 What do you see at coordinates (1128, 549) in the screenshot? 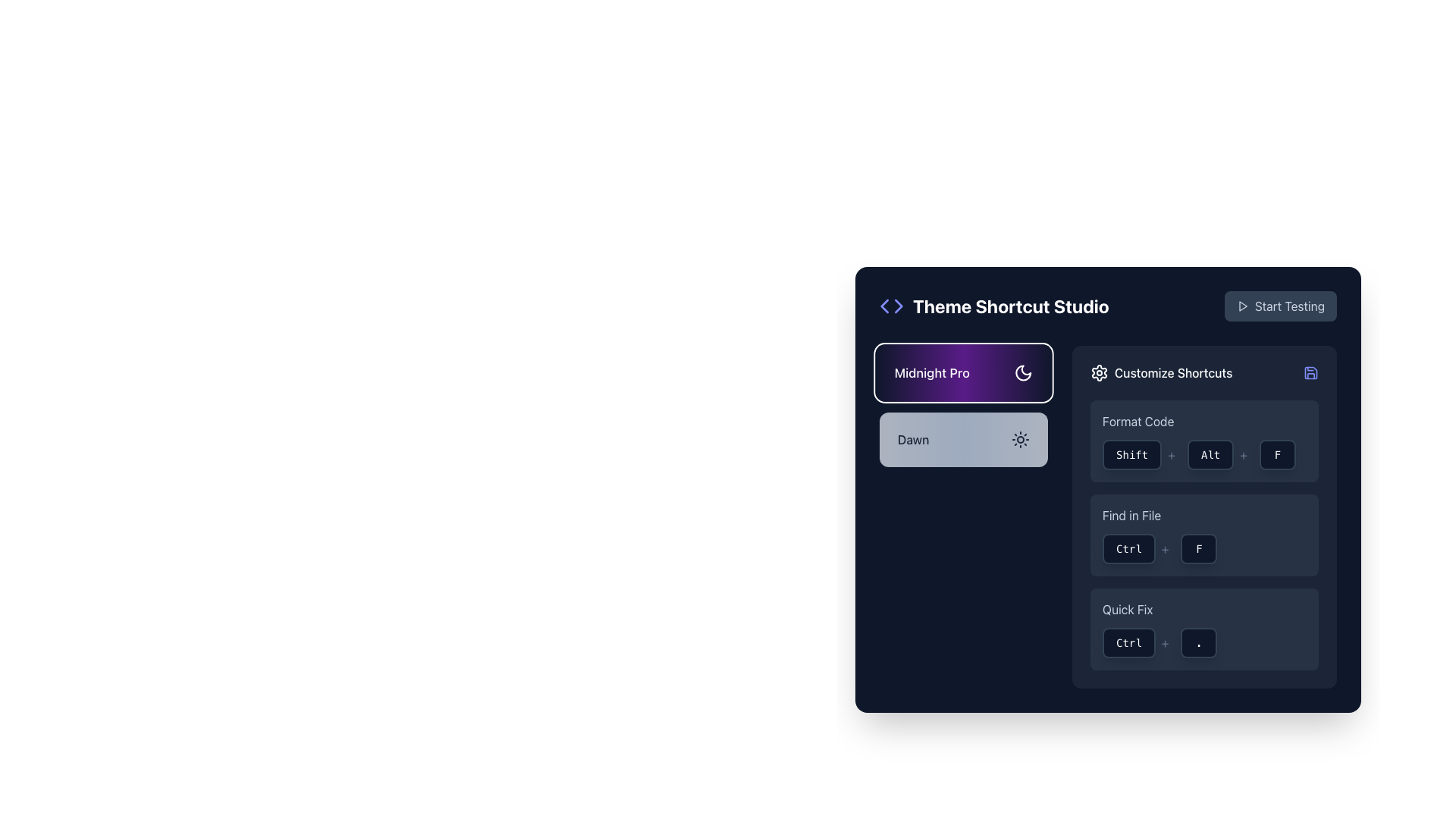
I see `the 'Ctrl' key button in the 'Customize Shortcuts' section` at bounding box center [1128, 549].